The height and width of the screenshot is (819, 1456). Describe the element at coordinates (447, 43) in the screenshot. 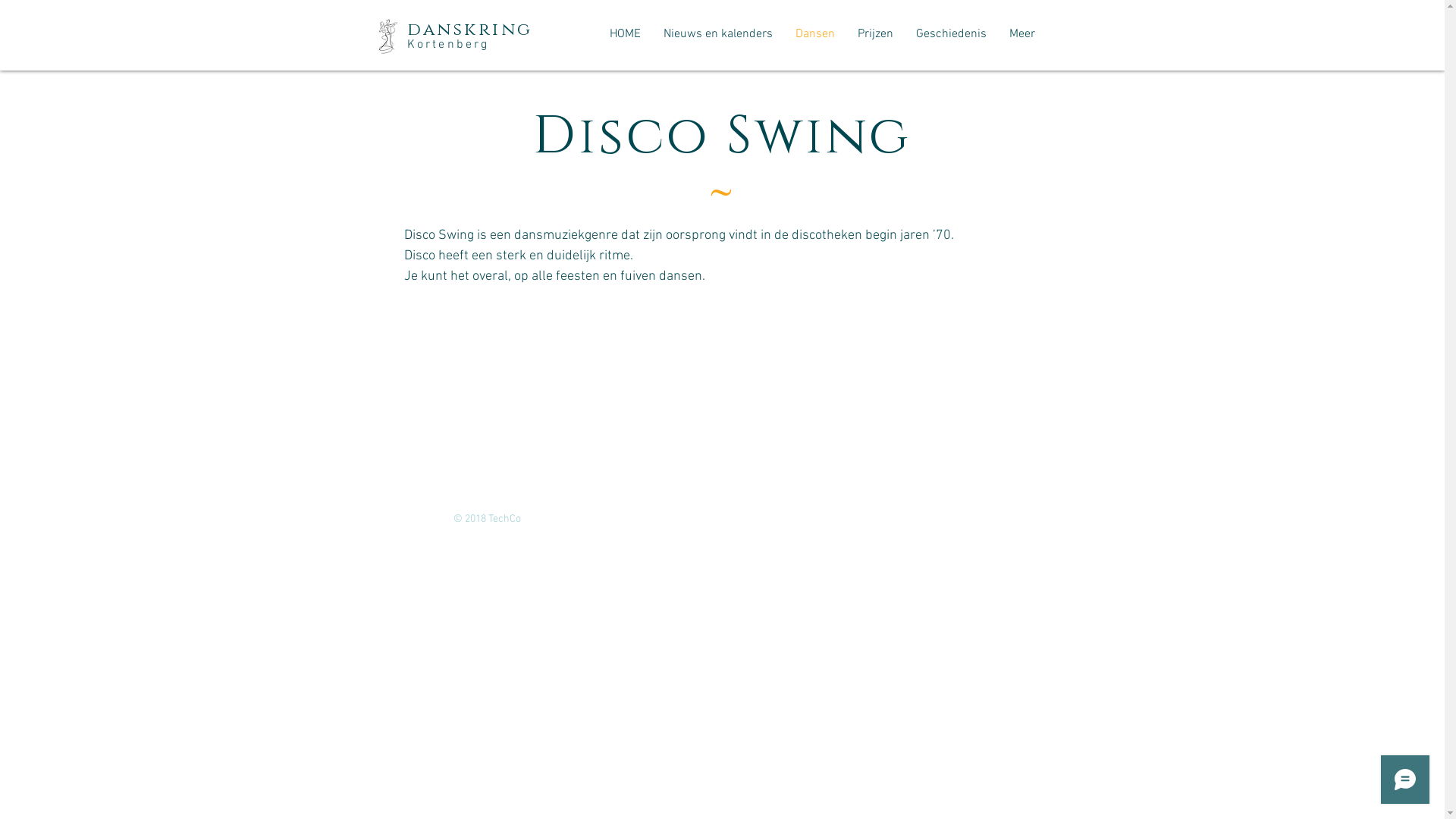

I see `'Kortenberg'` at that location.